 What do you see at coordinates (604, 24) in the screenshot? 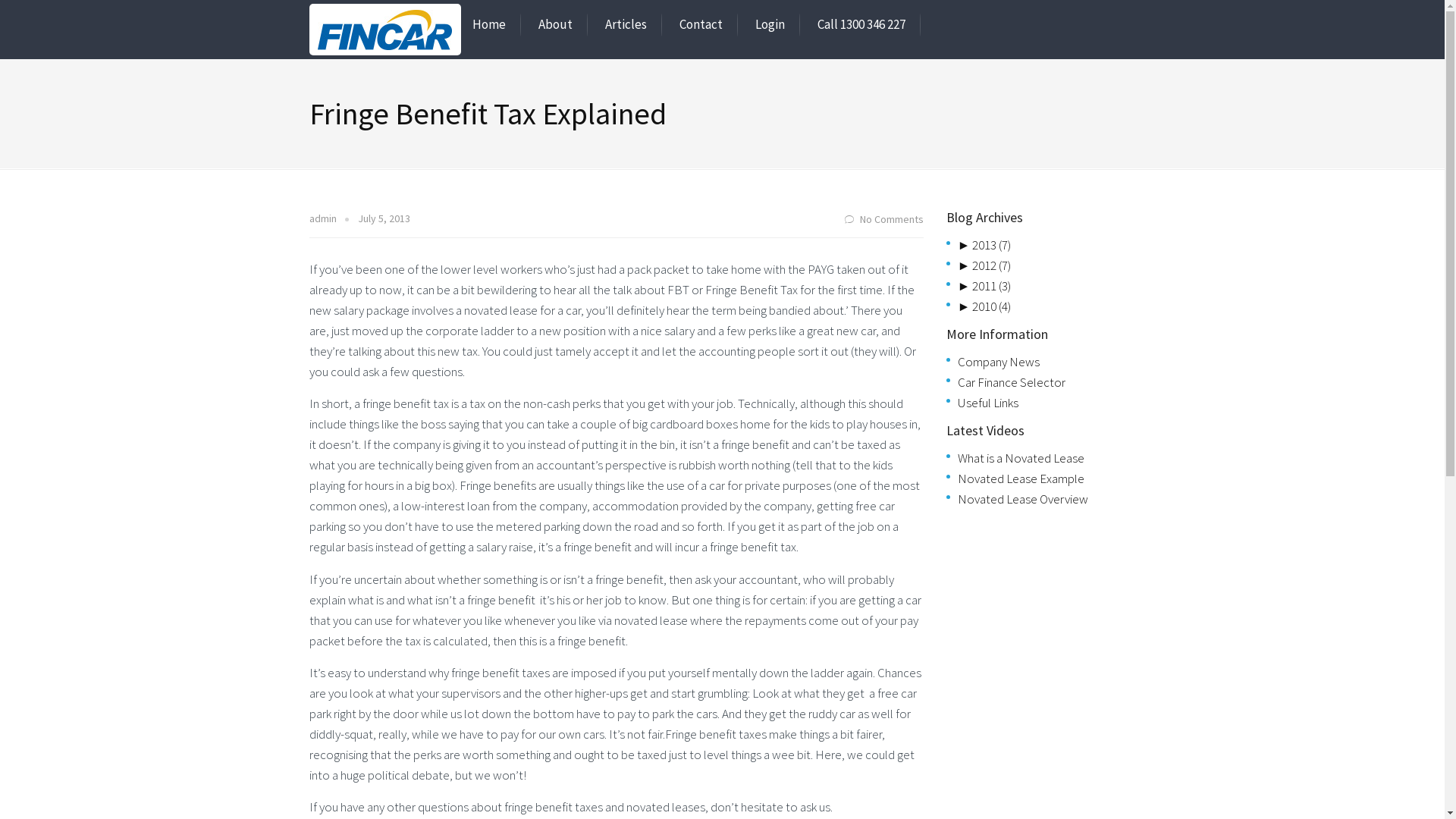
I see `'Articles'` at bounding box center [604, 24].